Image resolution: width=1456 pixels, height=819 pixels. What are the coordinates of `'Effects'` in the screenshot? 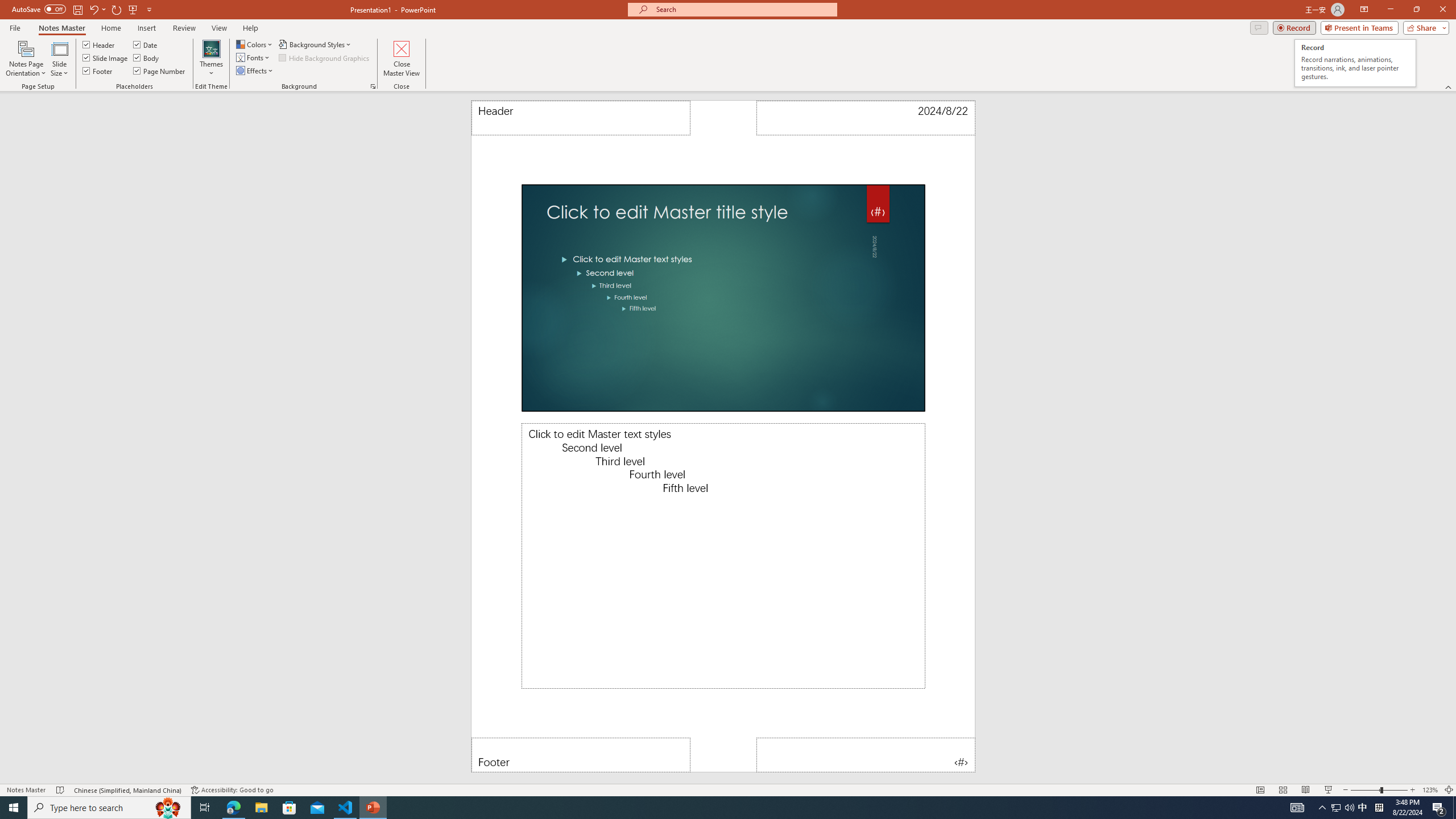 It's located at (255, 69).